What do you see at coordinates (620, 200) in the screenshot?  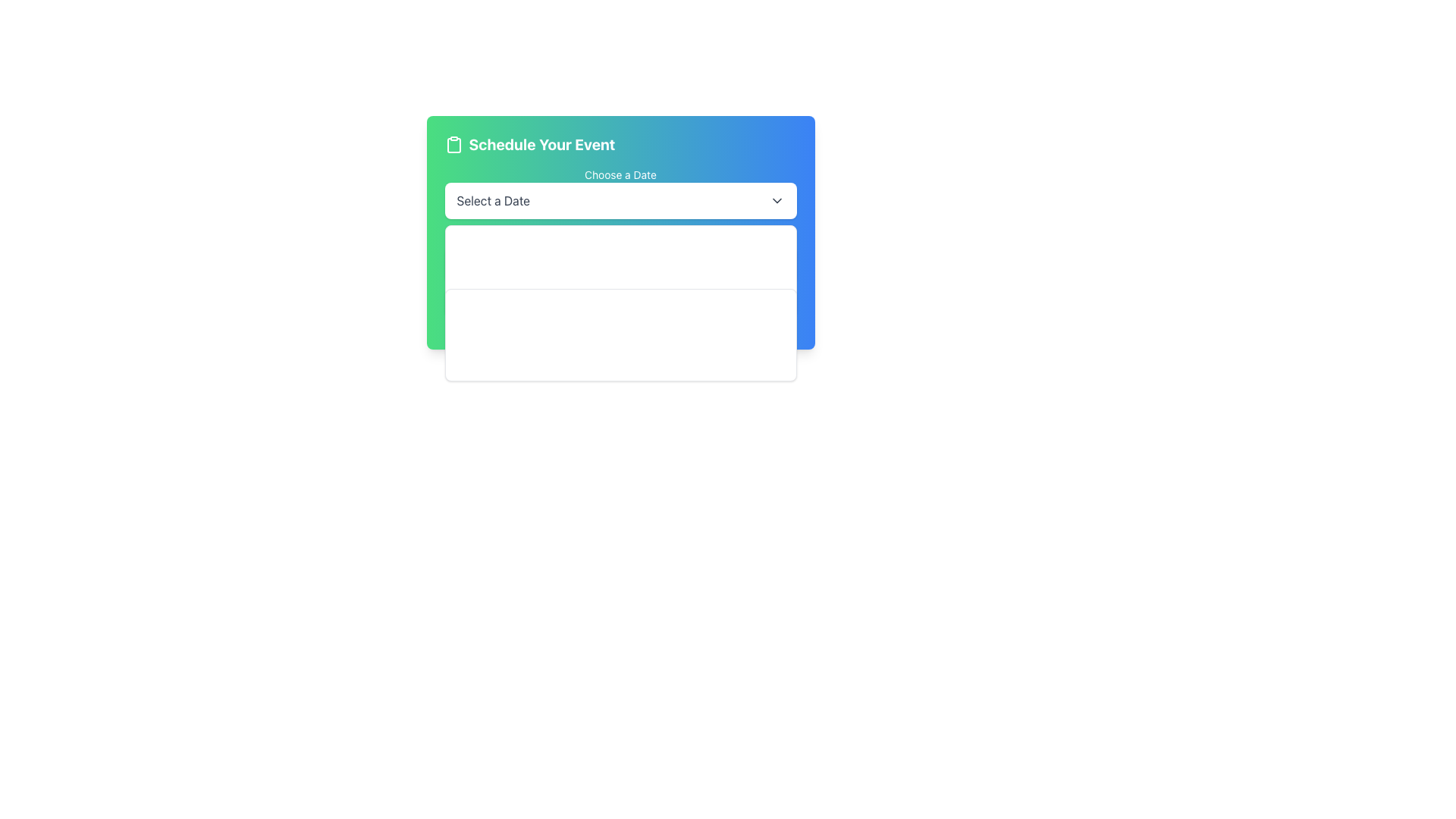 I see `a date from the dropdown menu labeled 'Select a Date', which is styled with a white background and rounded corners, located just below the 'Choose a Date' label` at bounding box center [620, 200].